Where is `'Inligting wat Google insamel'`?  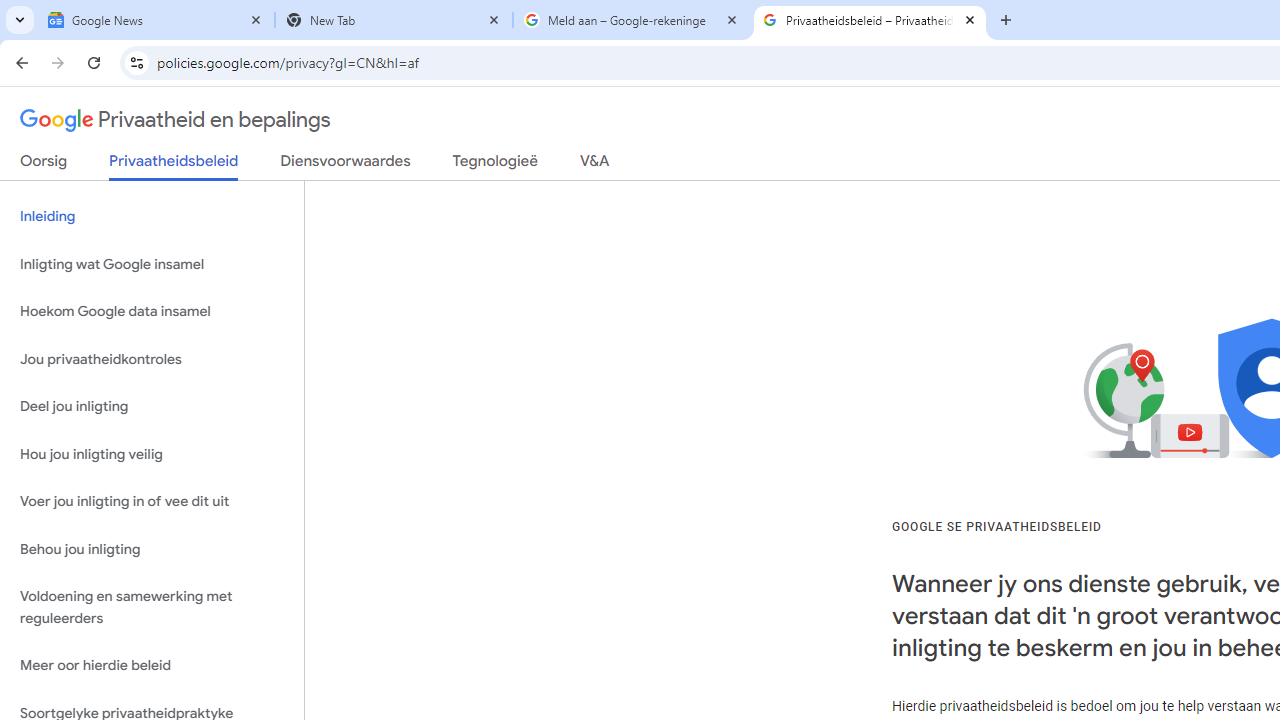 'Inligting wat Google insamel' is located at coordinates (151, 263).